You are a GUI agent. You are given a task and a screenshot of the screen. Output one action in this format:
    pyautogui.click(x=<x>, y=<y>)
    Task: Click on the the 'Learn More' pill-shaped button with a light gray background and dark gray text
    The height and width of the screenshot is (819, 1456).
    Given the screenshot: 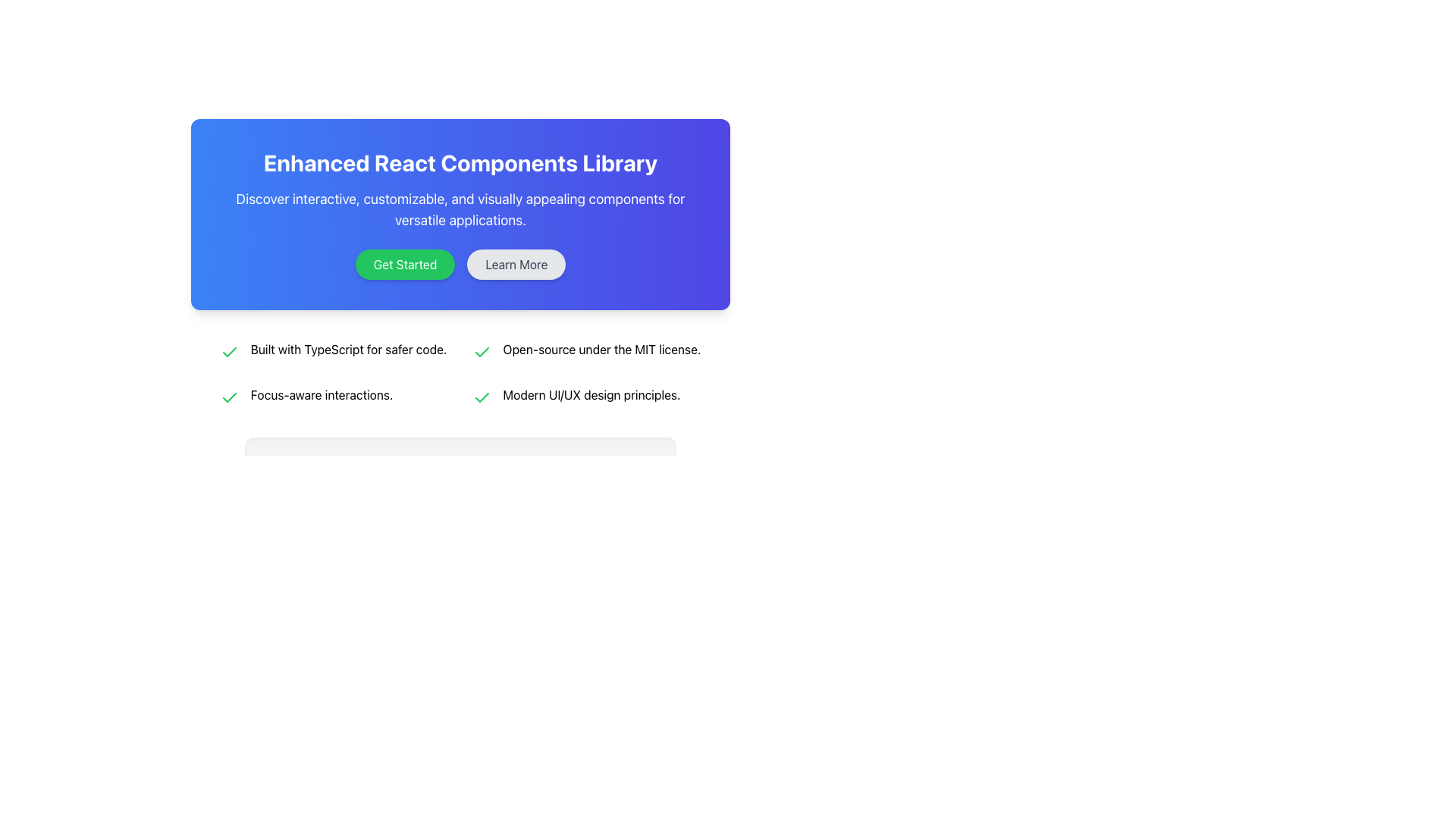 What is the action you would take?
    pyautogui.click(x=516, y=263)
    